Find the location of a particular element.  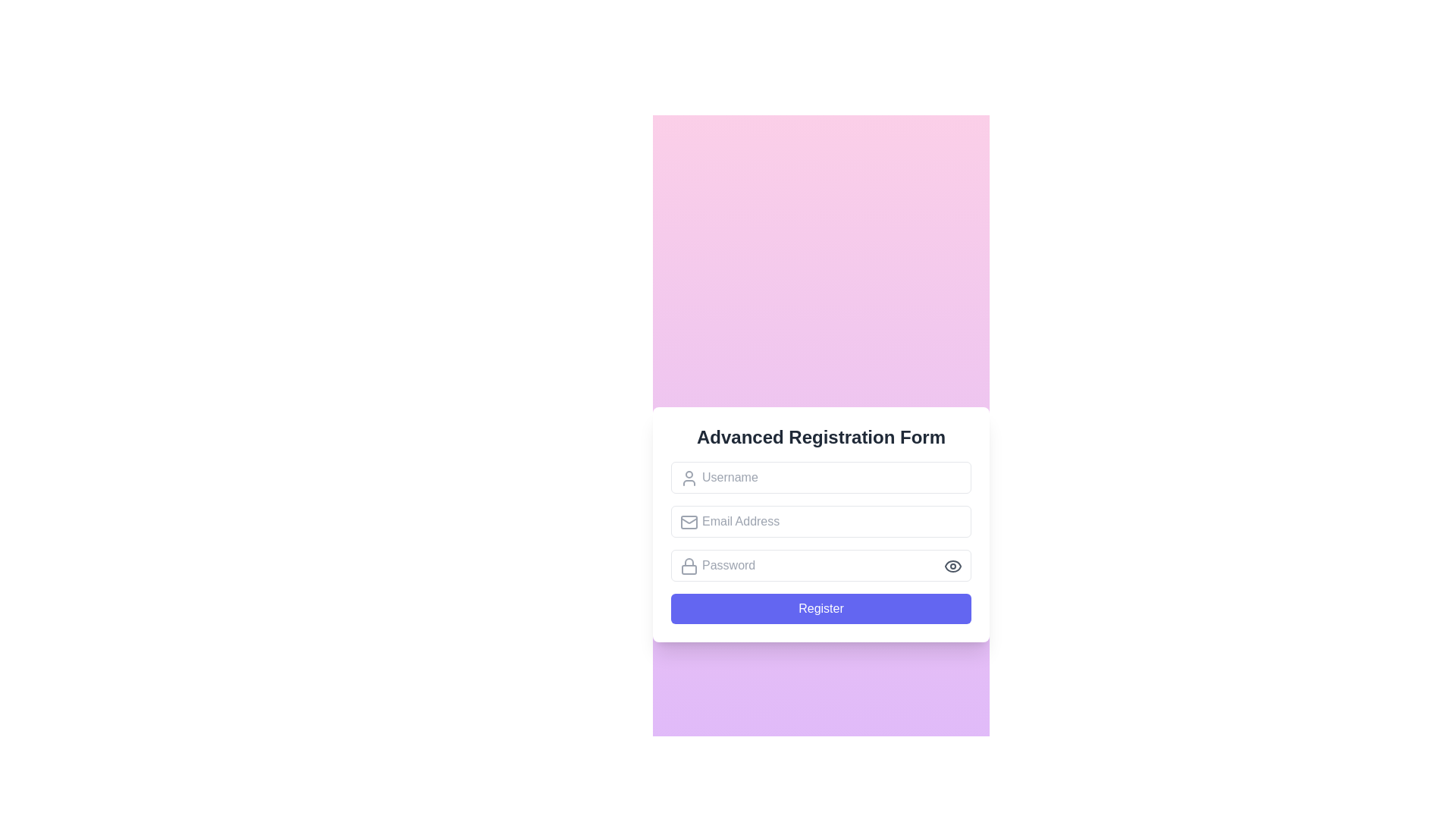

the email input field icon, which is located at the upper left corner of the input box used for entering an email address is located at coordinates (688, 522).